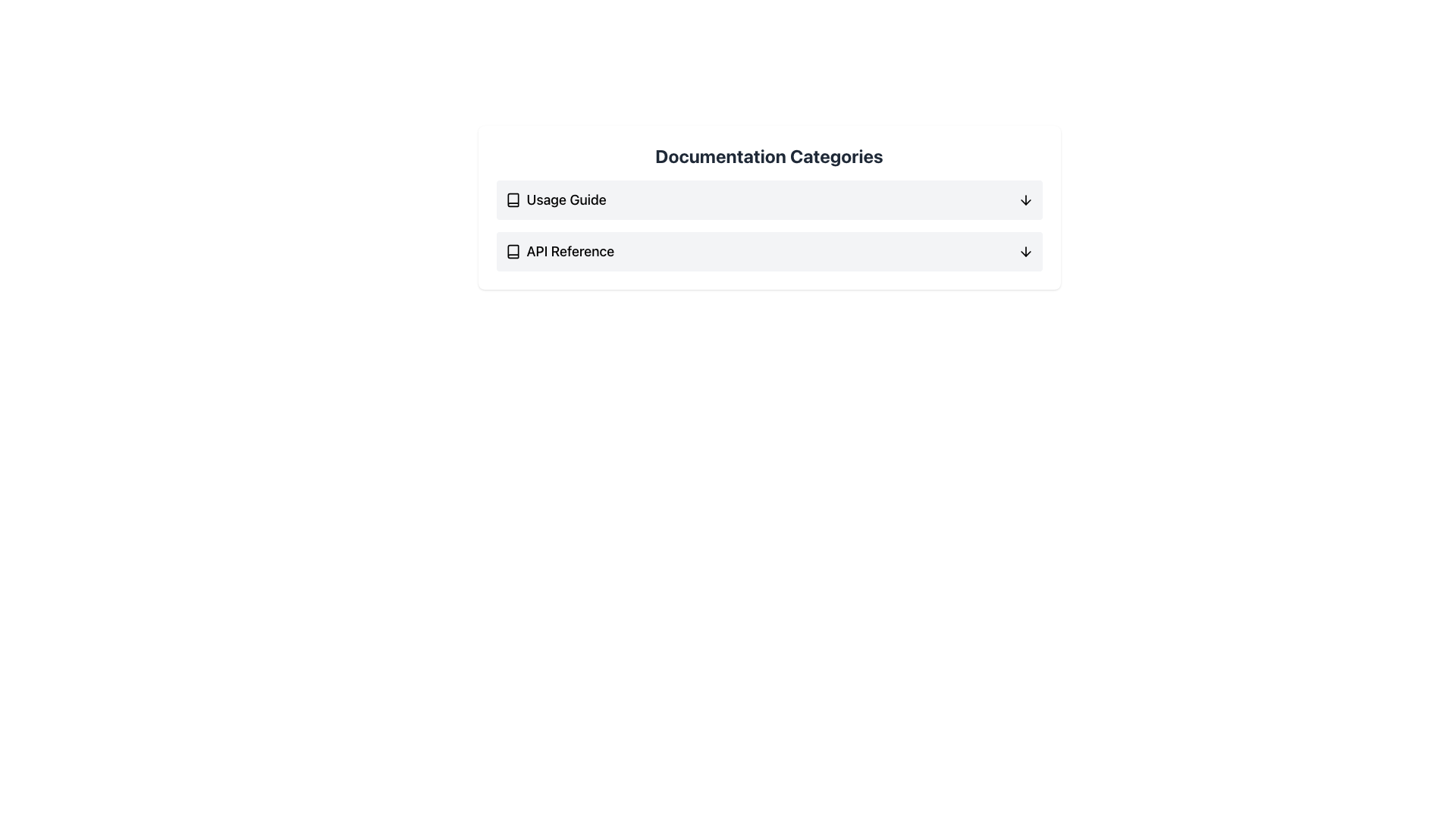  Describe the element at coordinates (513, 250) in the screenshot. I see `the icon representing the 'API Reference' category, which is located in the second row of the 'Documentation Categories' section, preceding the text label` at that location.